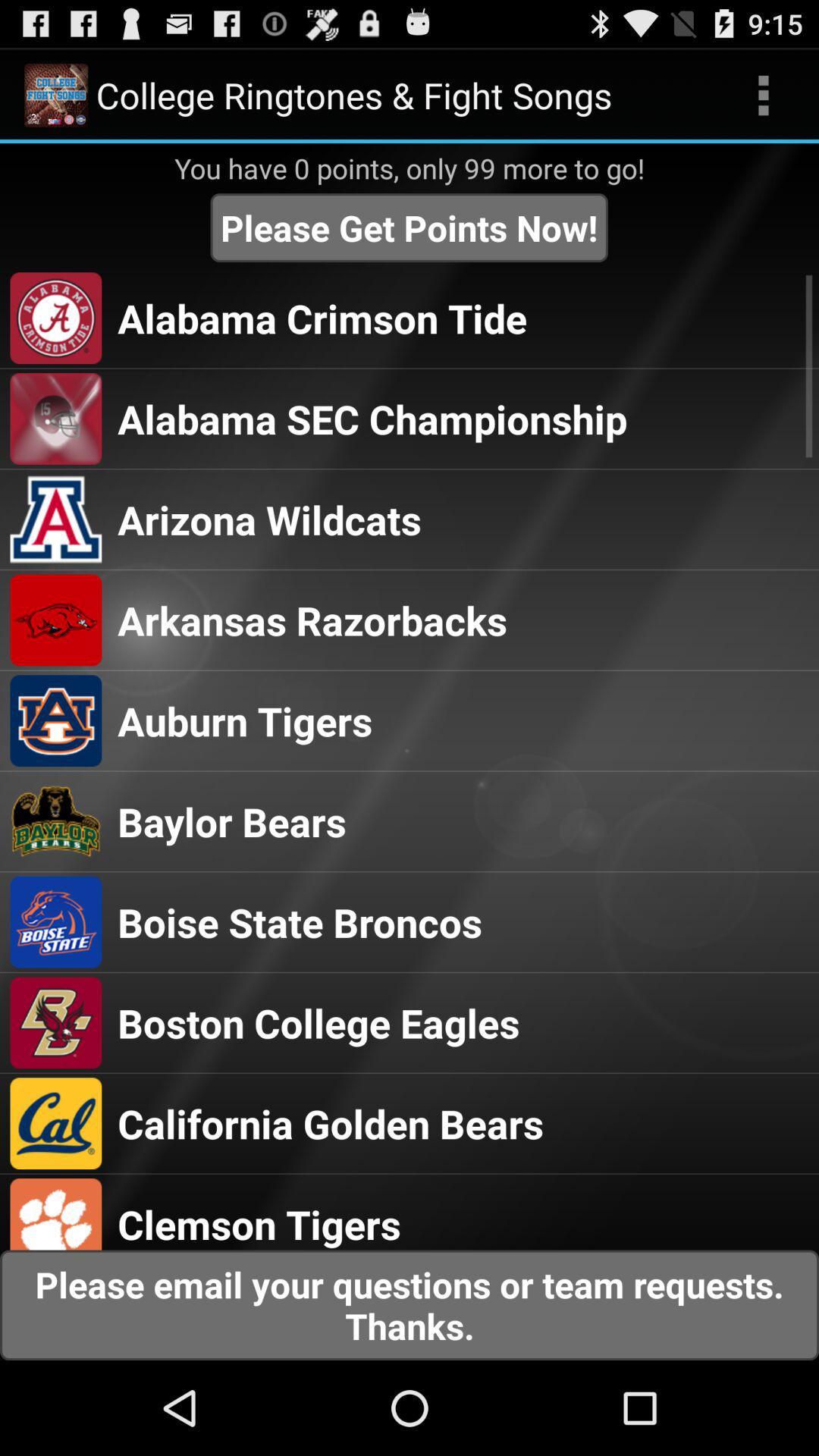 The image size is (819, 1456). Describe the element at coordinates (231, 821) in the screenshot. I see `baylor bears icon` at that location.